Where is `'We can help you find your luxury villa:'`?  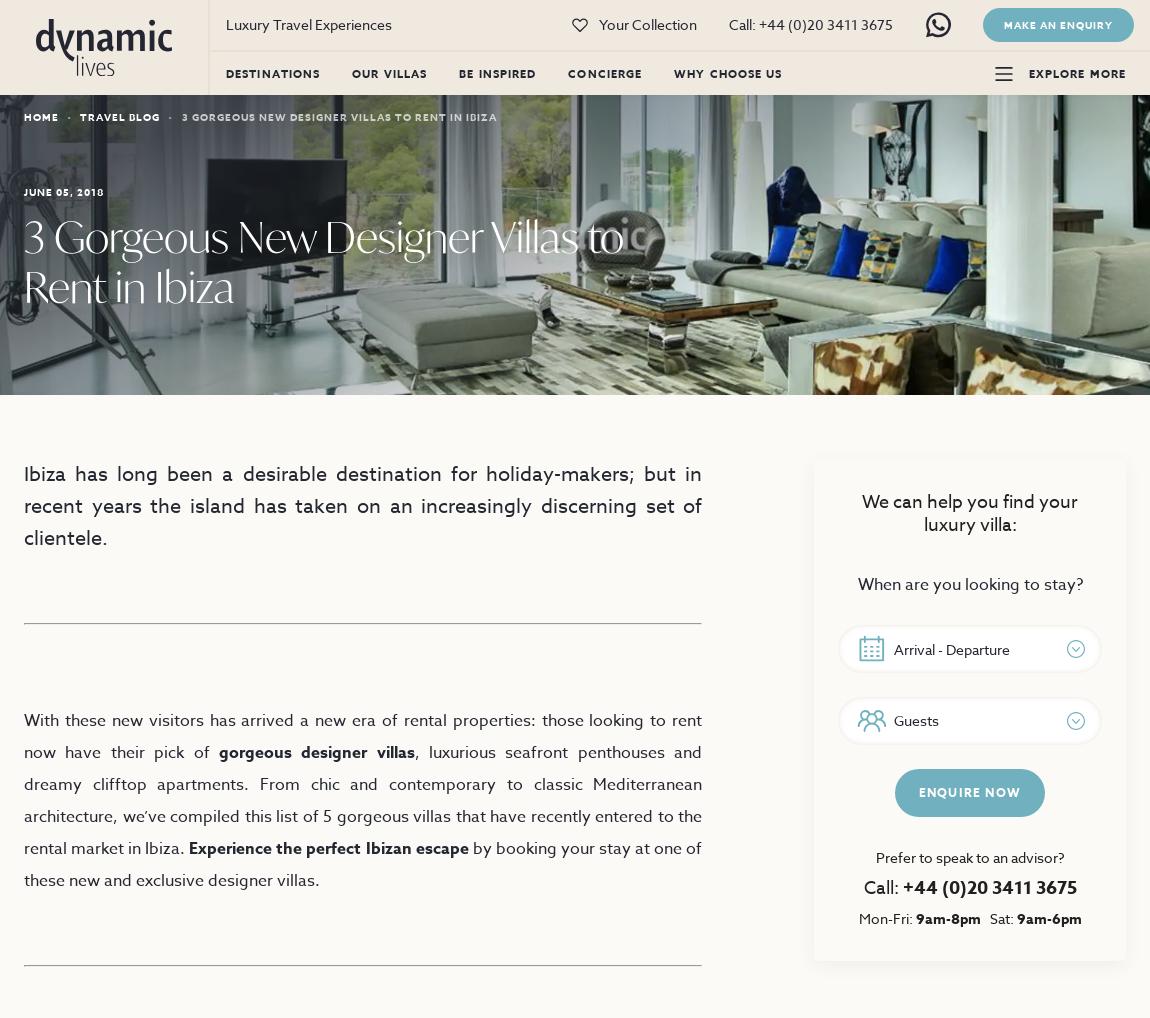
'We can help you find your luxury villa:' is located at coordinates (970, 512).